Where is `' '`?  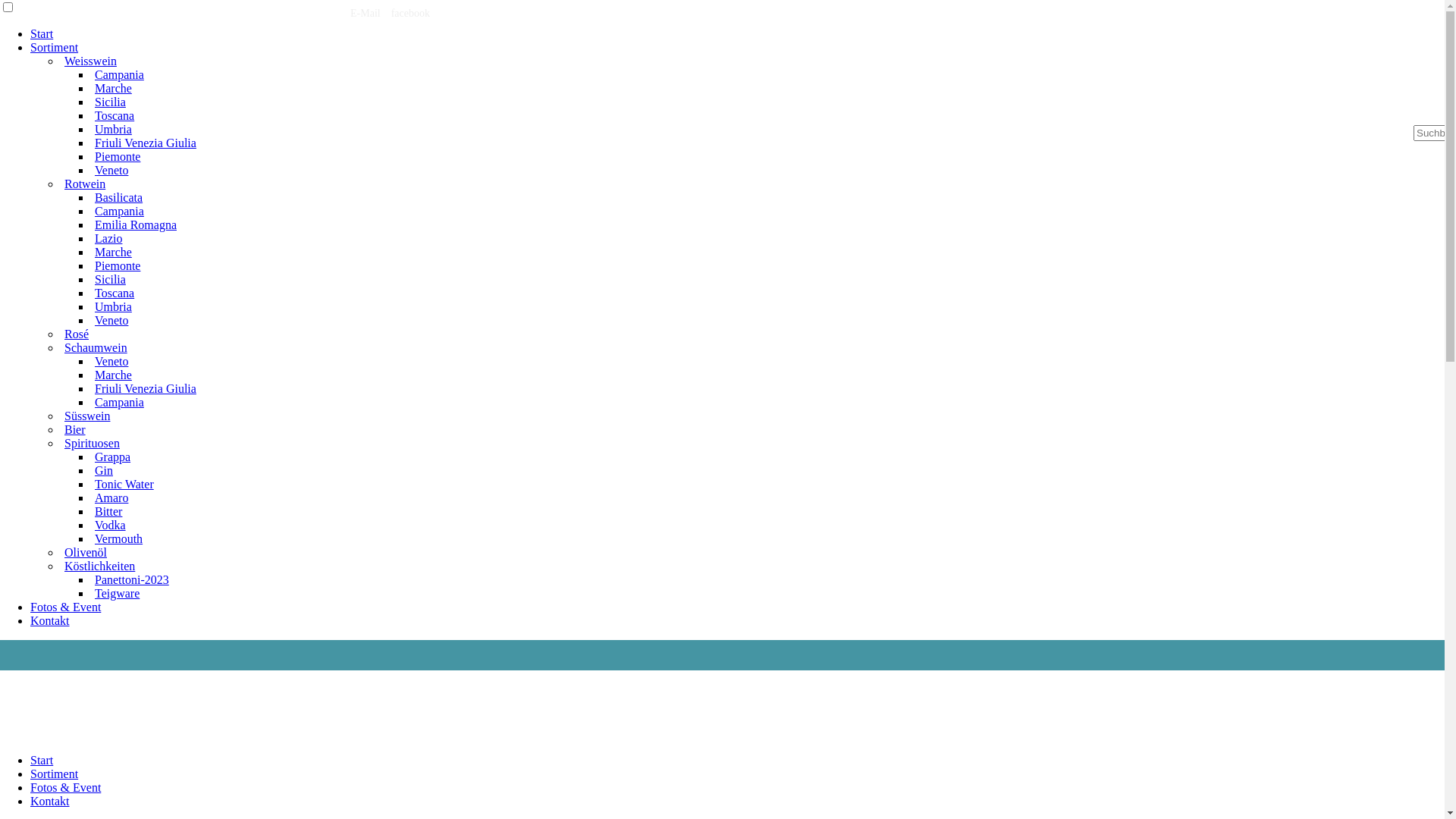 ' ' is located at coordinates (389, 13).